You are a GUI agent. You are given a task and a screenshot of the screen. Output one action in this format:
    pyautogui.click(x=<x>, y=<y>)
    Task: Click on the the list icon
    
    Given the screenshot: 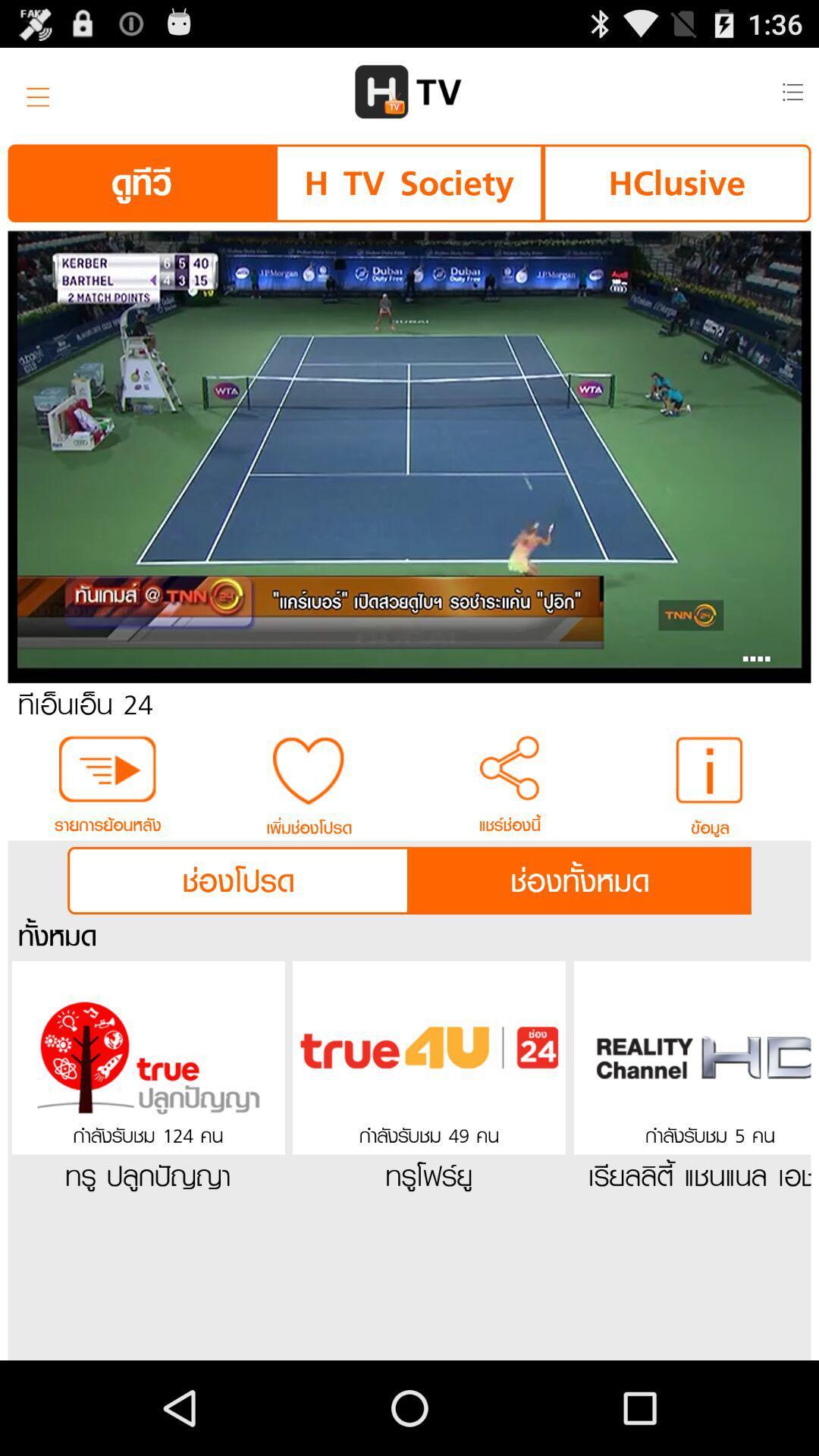 What is the action you would take?
    pyautogui.click(x=791, y=97)
    